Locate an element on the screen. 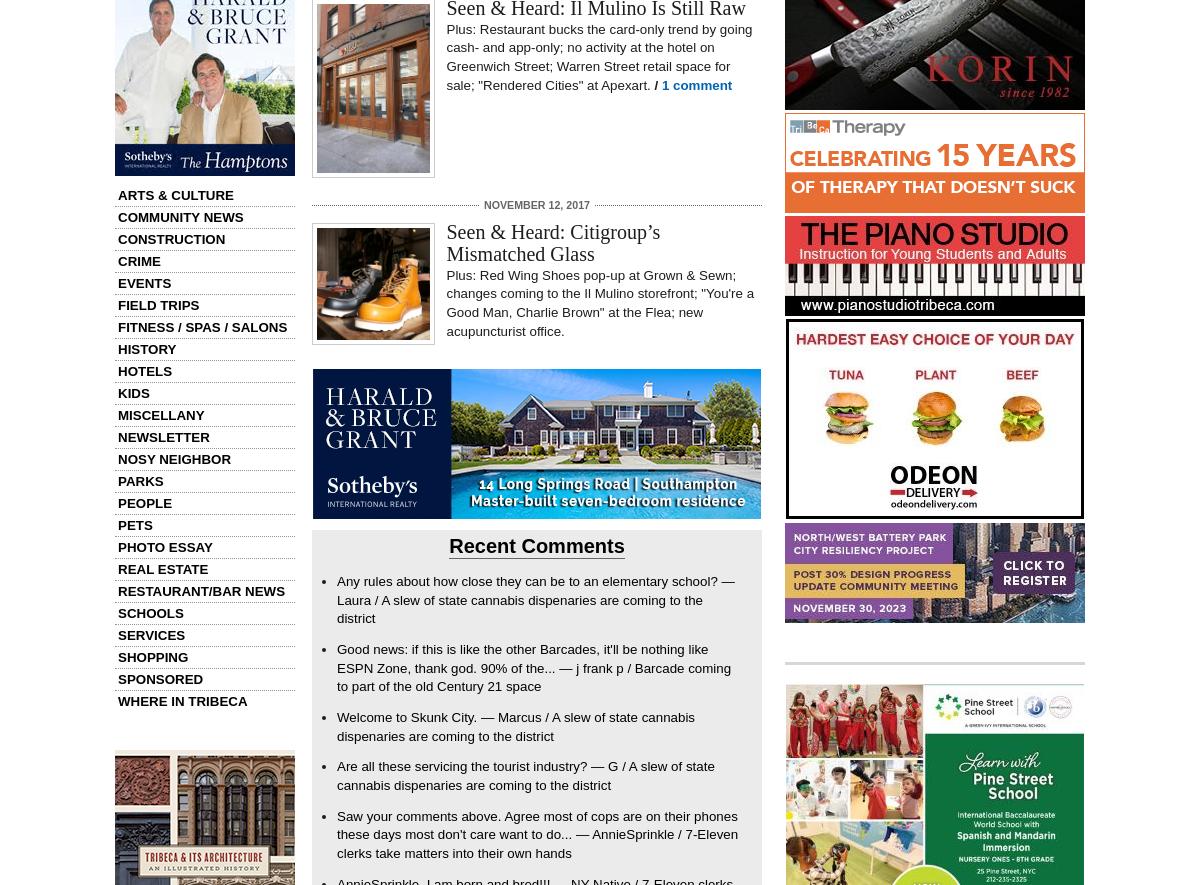 The width and height of the screenshot is (1200, 885). 'Real Estate' is located at coordinates (161, 569).